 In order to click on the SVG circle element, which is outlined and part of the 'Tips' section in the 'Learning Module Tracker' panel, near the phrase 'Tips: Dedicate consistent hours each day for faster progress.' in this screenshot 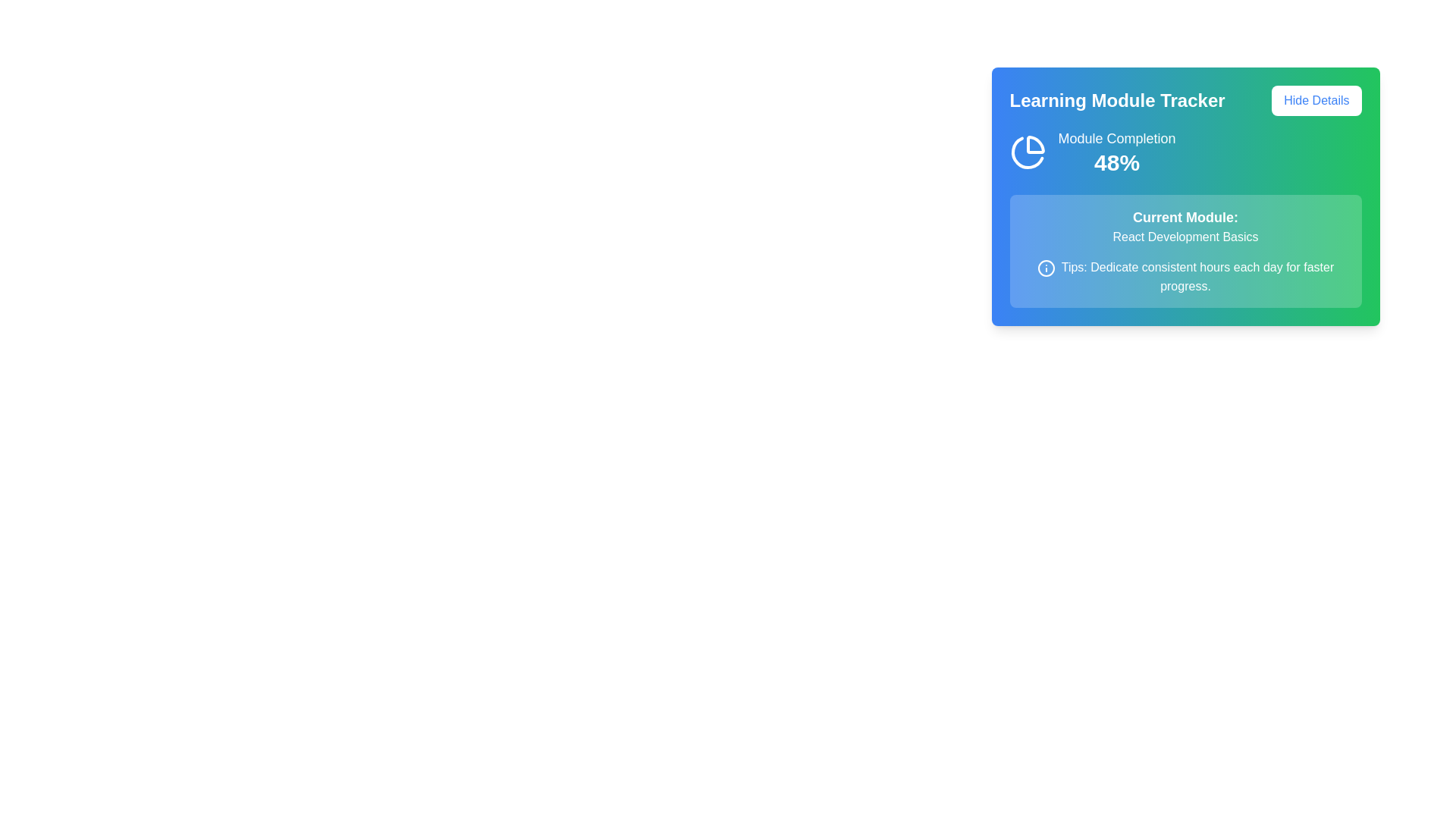, I will do `click(1045, 267)`.